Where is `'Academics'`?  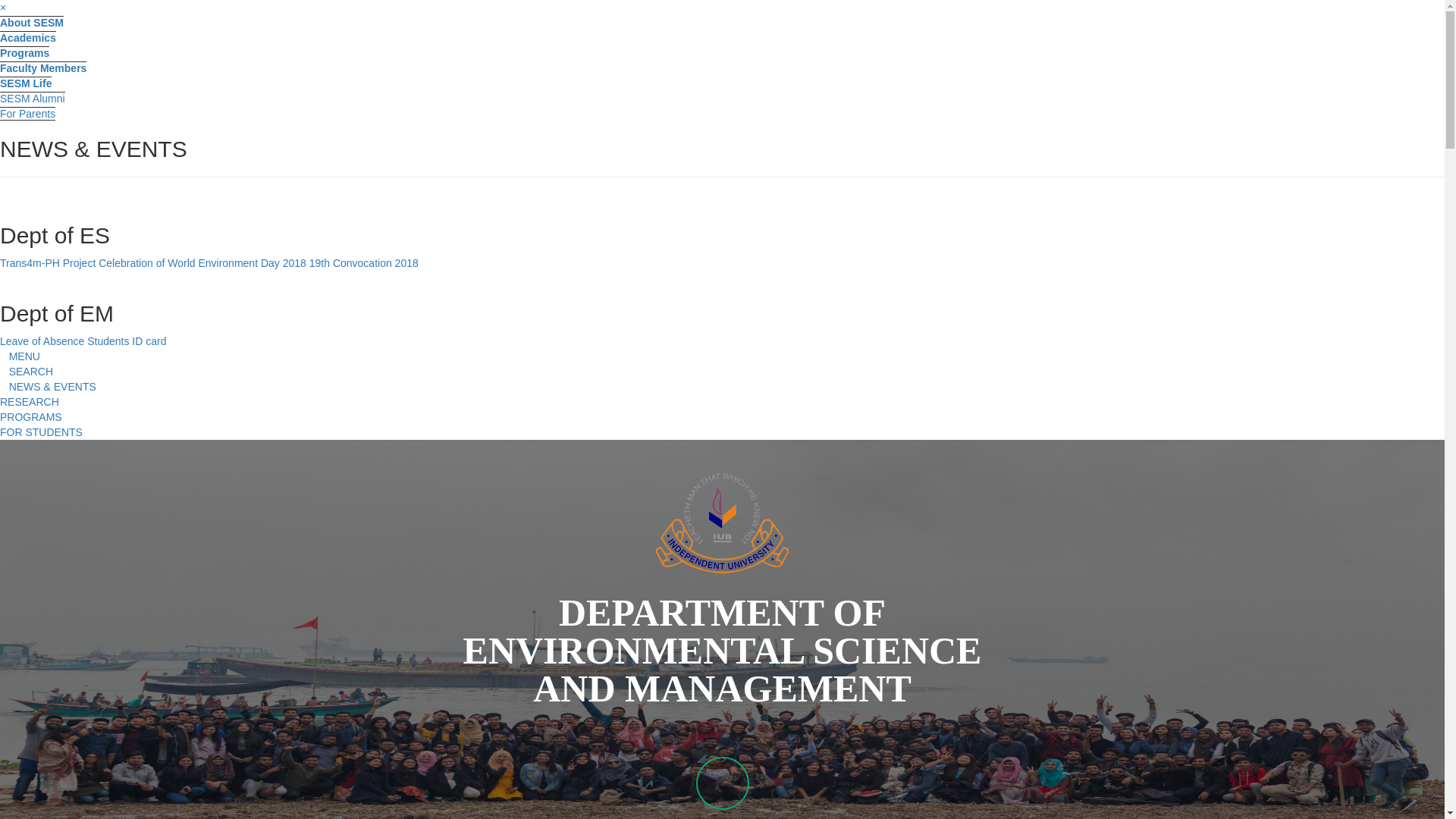 'Academics' is located at coordinates (28, 36).